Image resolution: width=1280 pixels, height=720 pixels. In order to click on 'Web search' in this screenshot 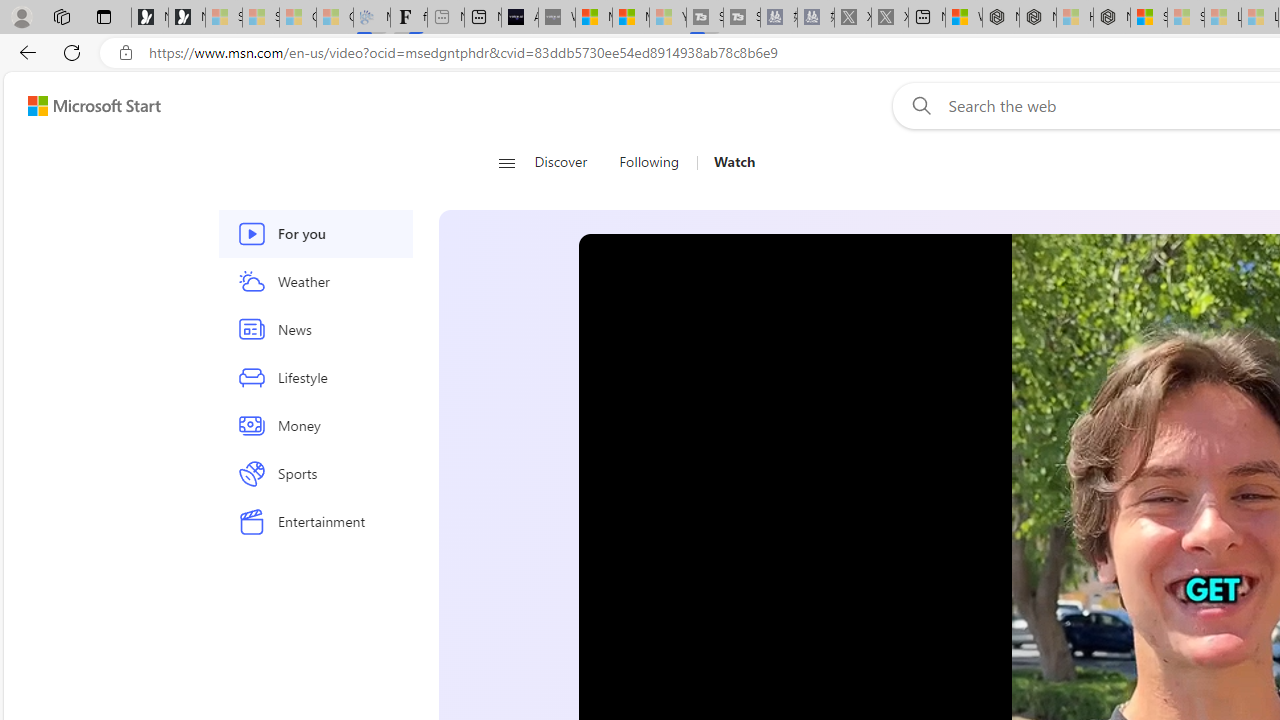, I will do `click(916, 105)`.